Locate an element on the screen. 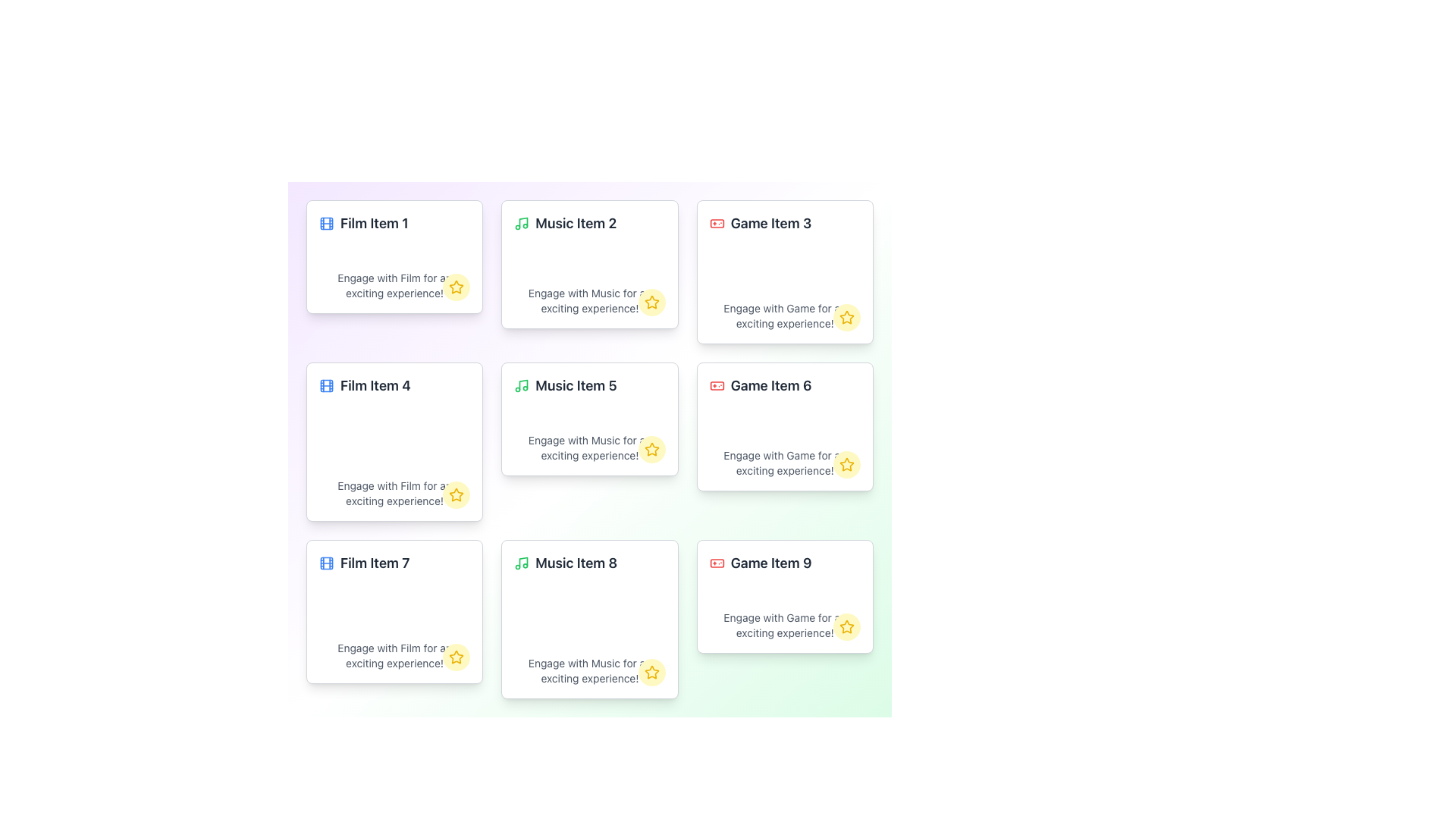 The height and width of the screenshot is (819, 1456). the small, red game controller icon located to the left of the 'Game Item 3' label is located at coordinates (716, 223).